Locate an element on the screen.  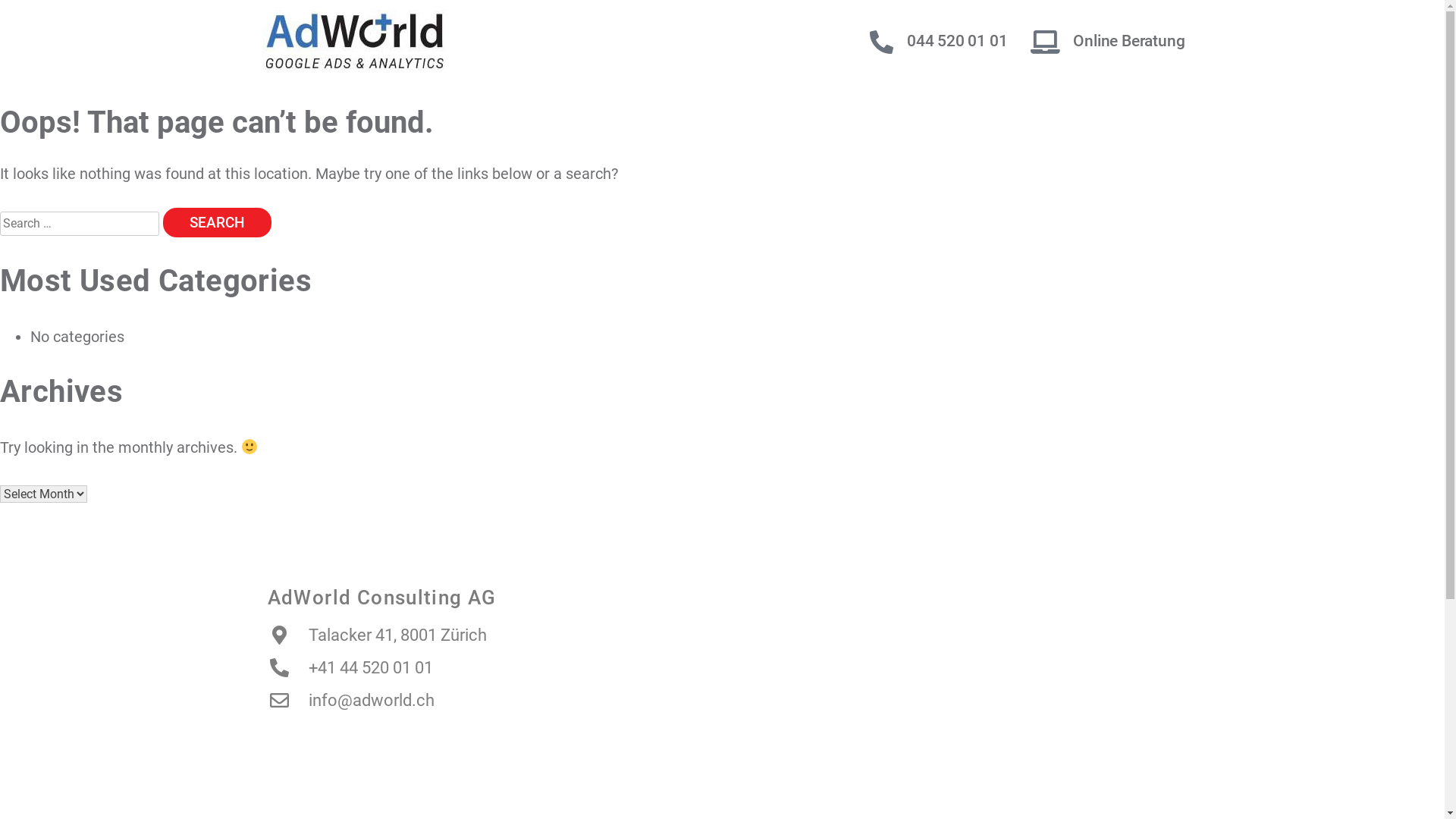
'info@adworld.ch' is located at coordinates (349, 700).